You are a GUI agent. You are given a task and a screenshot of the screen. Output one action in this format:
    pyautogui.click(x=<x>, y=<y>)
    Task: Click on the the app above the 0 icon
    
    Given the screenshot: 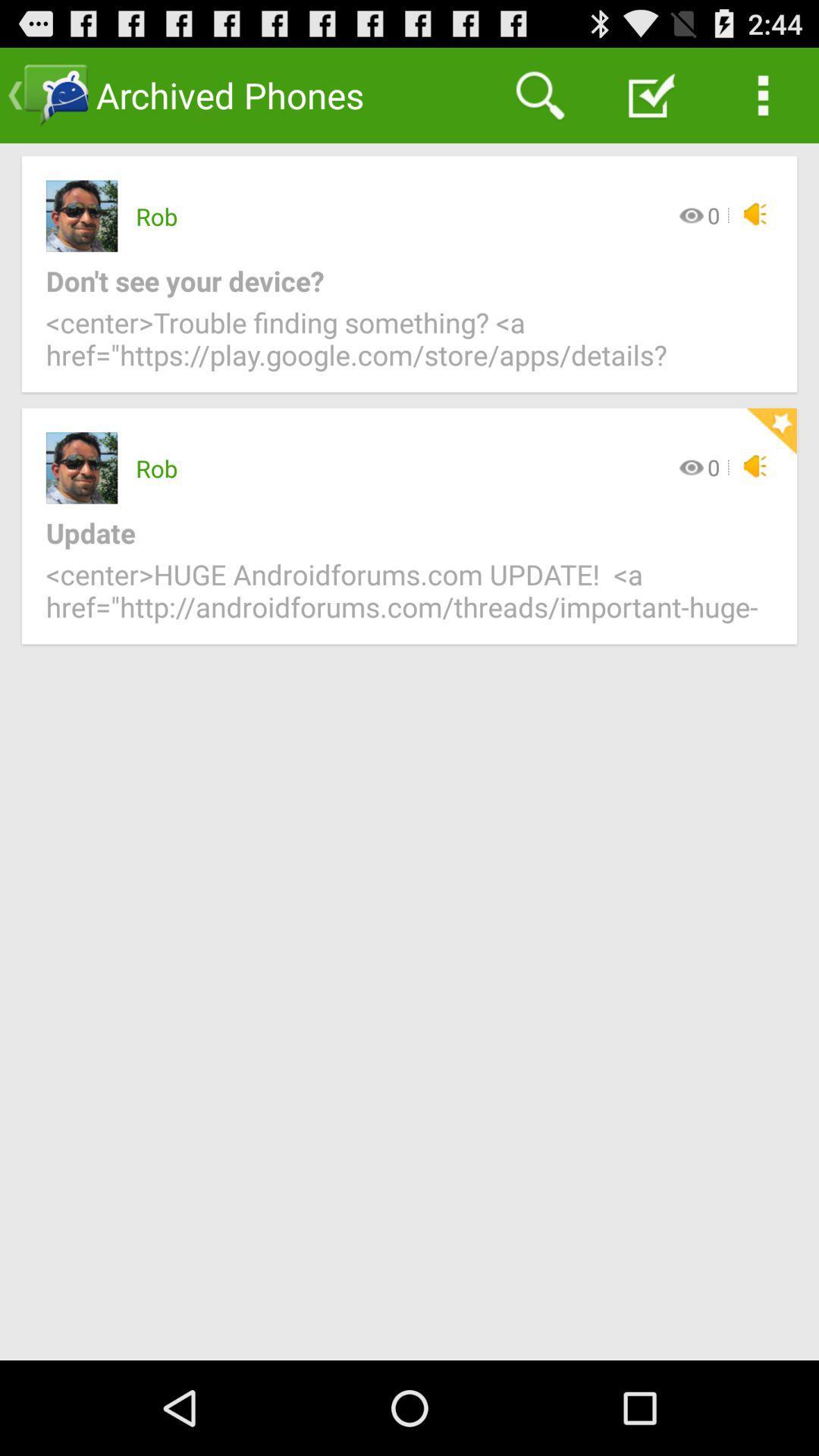 What is the action you would take?
    pyautogui.click(x=651, y=94)
    